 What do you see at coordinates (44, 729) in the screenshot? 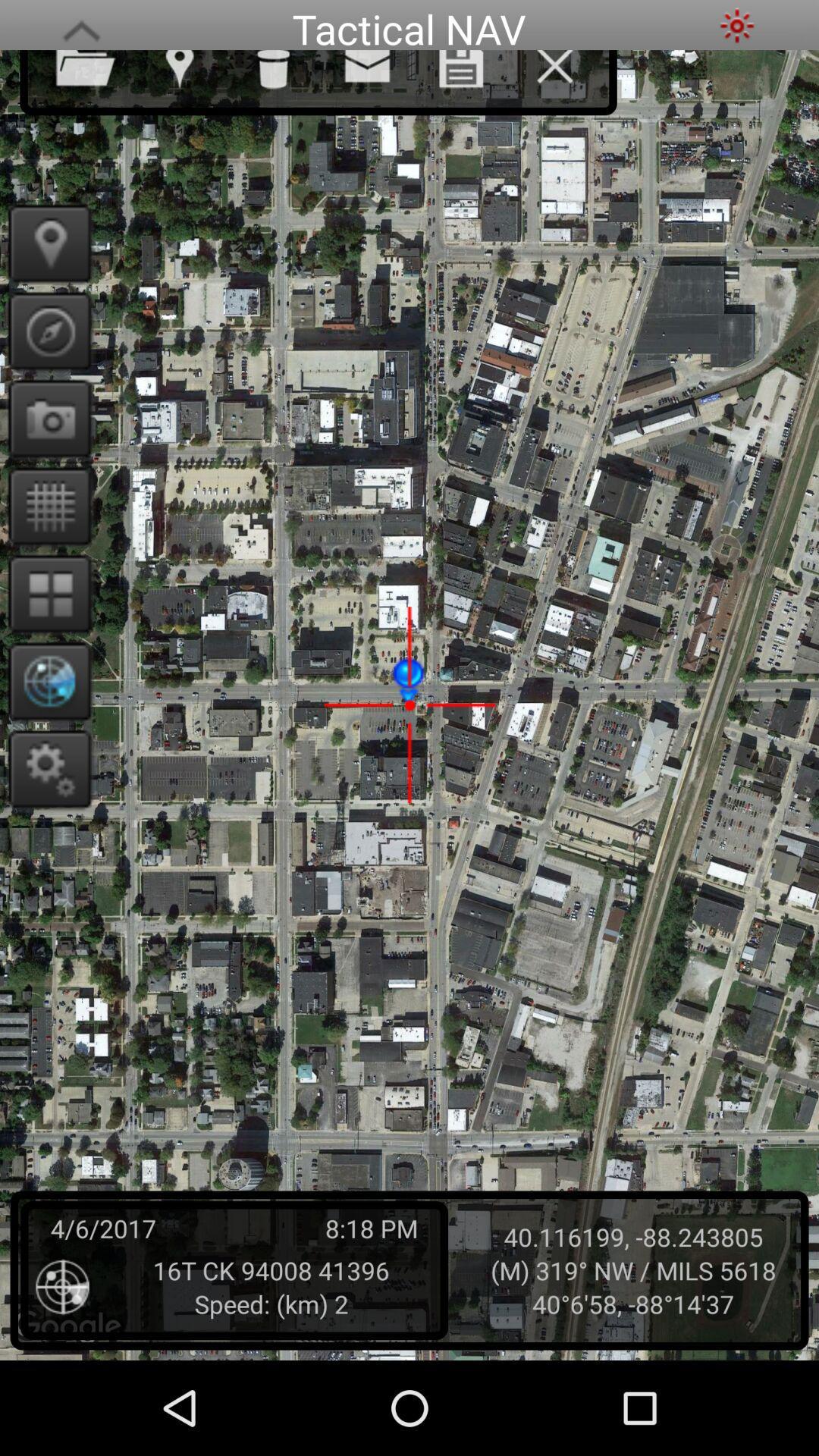
I see `the globe icon` at bounding box center [44, 729].